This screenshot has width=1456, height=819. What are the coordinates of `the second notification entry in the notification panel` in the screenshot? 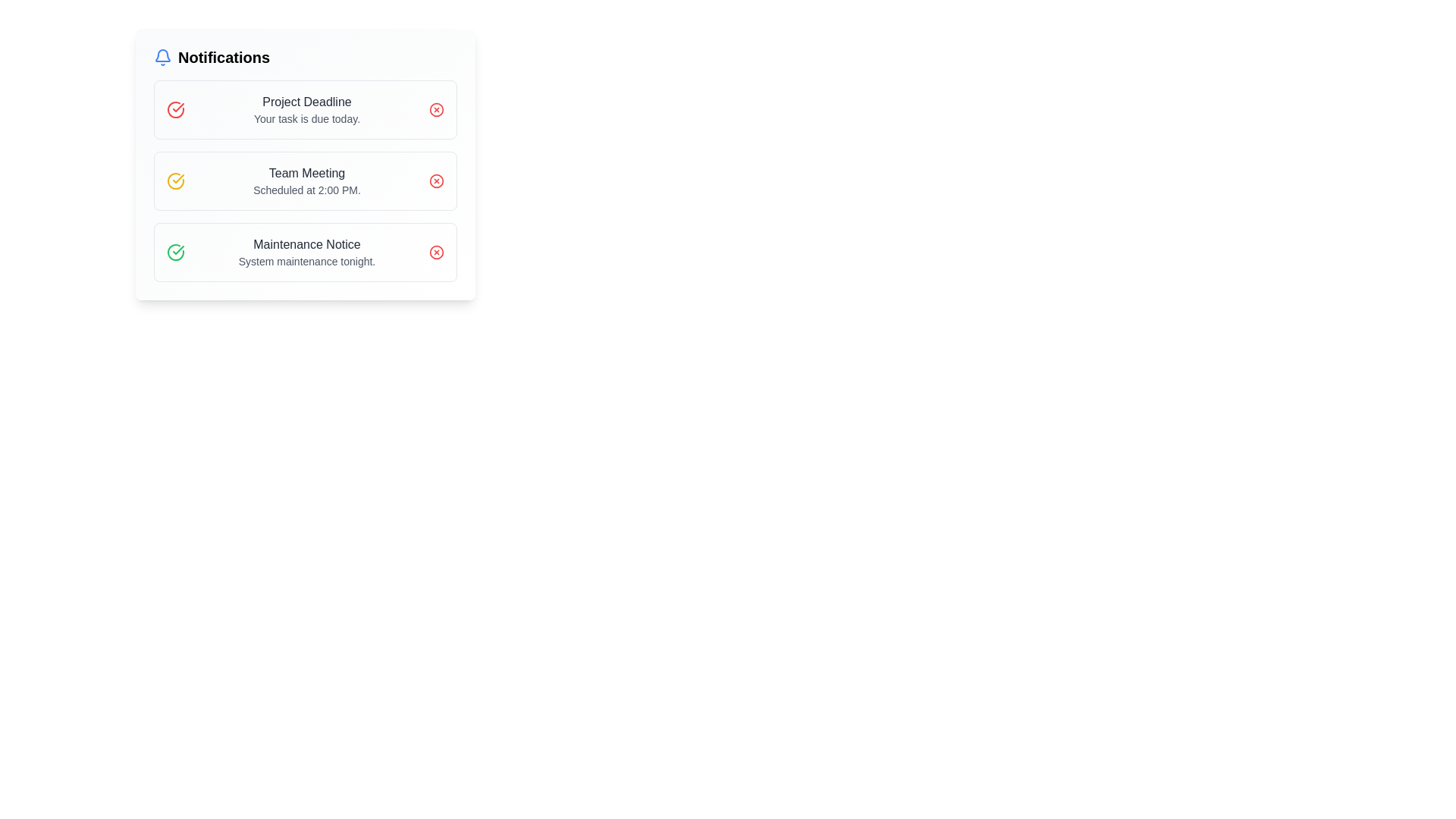 It's located at (305, 180).